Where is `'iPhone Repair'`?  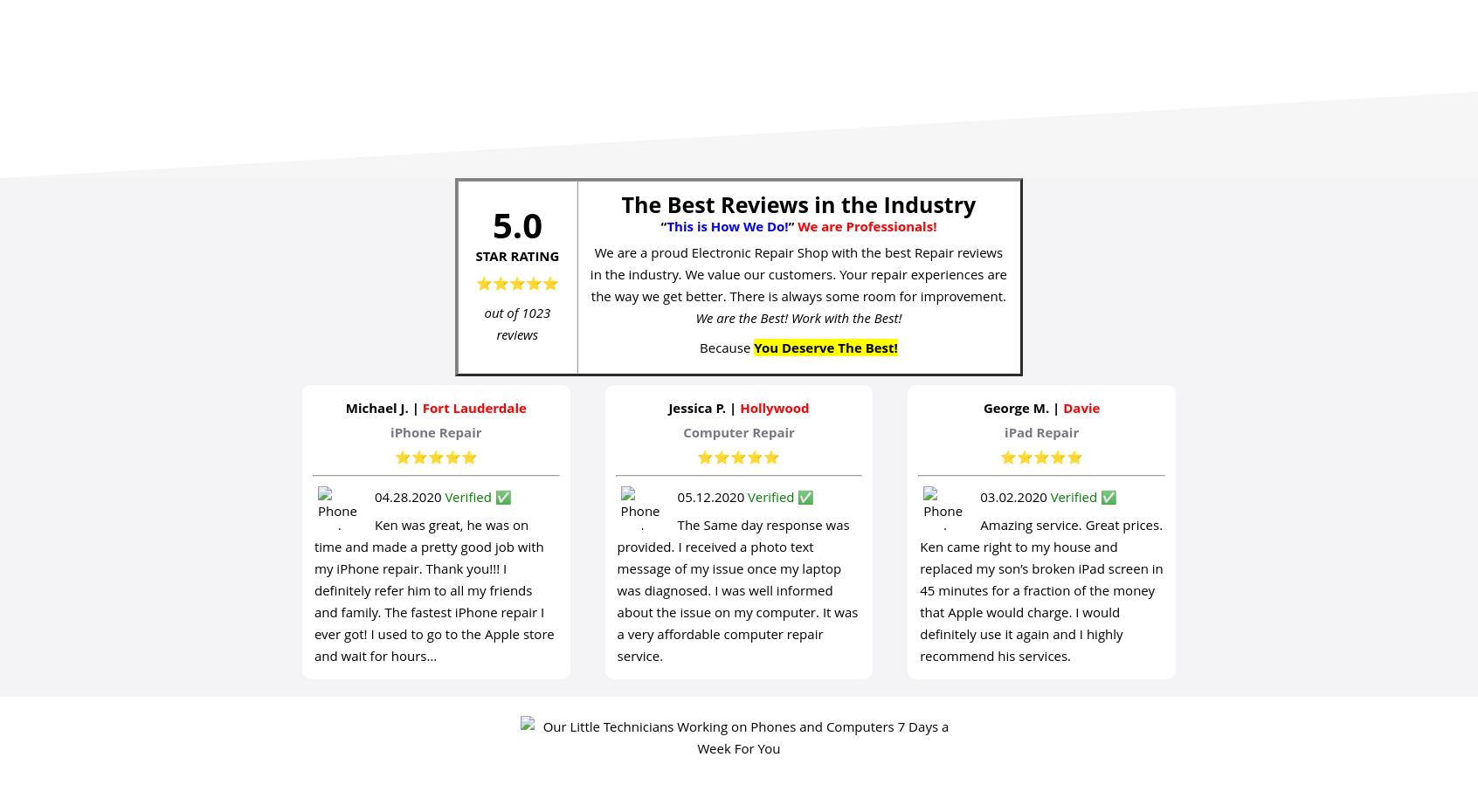 'iPhone Repair' is located at coordinates (390, 430).